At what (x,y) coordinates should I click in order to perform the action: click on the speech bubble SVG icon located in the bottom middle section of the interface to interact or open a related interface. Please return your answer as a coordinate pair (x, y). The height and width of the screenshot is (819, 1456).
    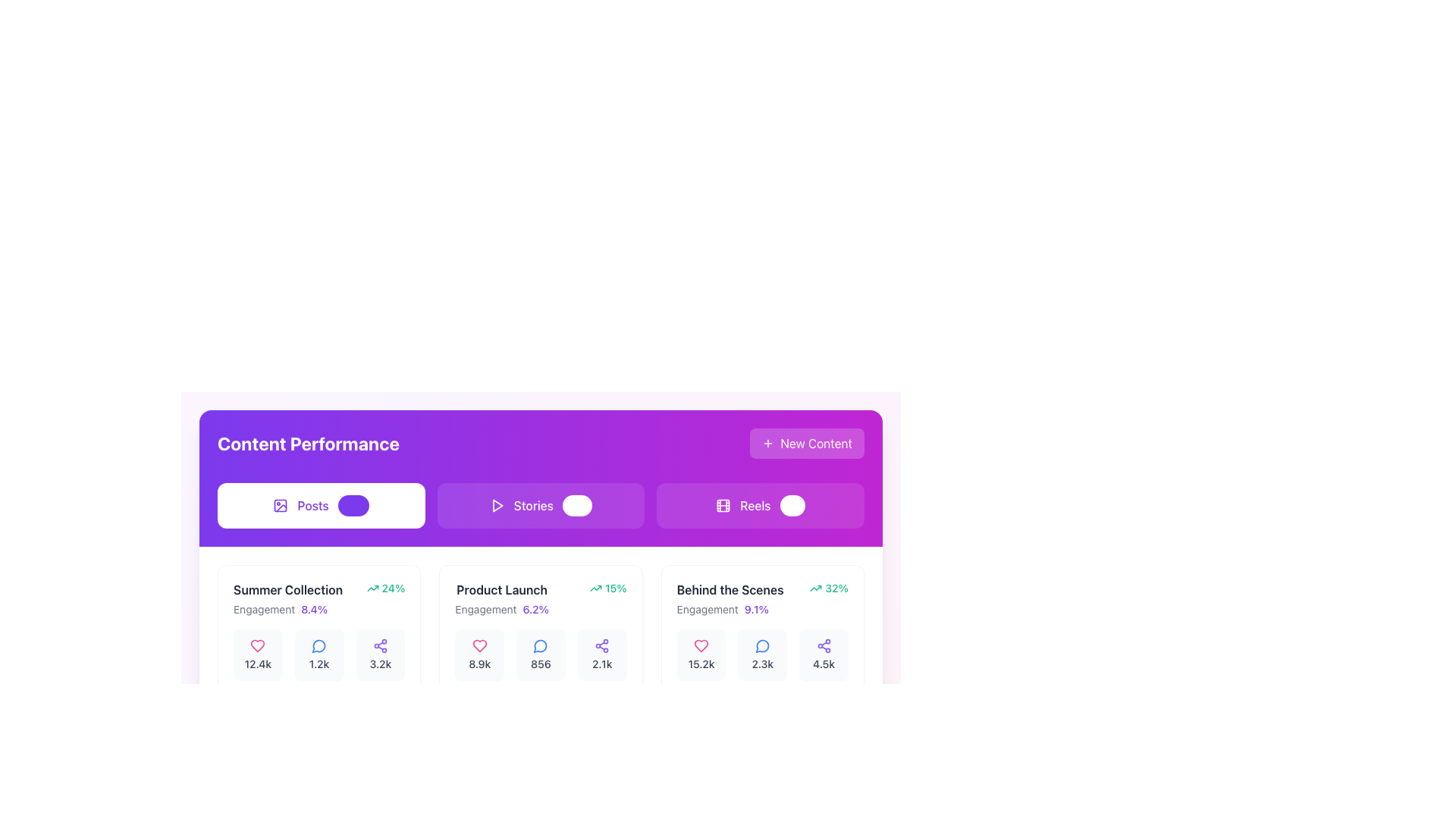
    Looking at the image, I should click on (318, 646).